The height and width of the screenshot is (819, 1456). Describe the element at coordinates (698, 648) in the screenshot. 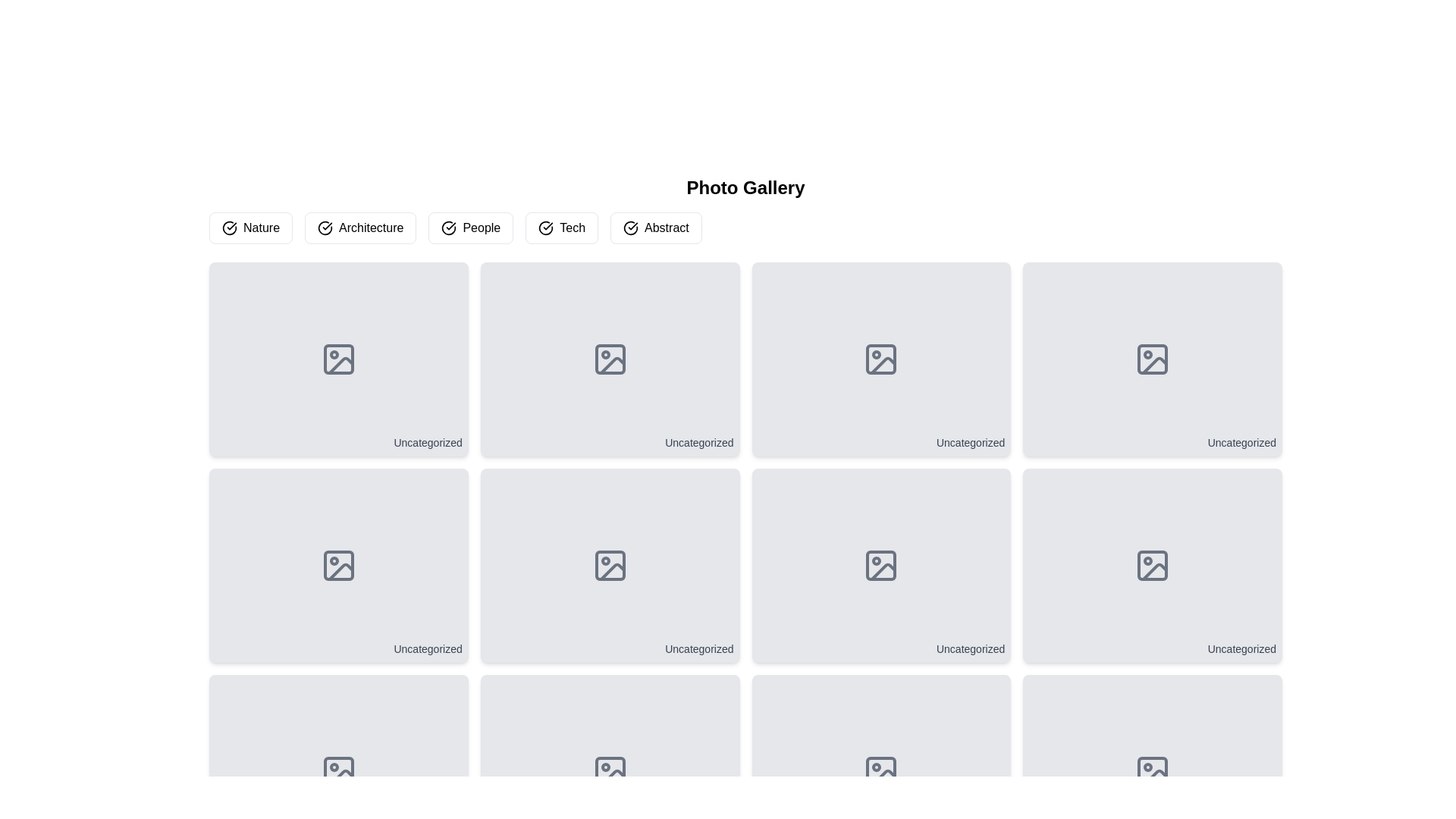

I see `the small gray text label reading 'Uncategorized' located at the bottom-right corner of the card in the second row, fourth column of the grid layout` at that location.